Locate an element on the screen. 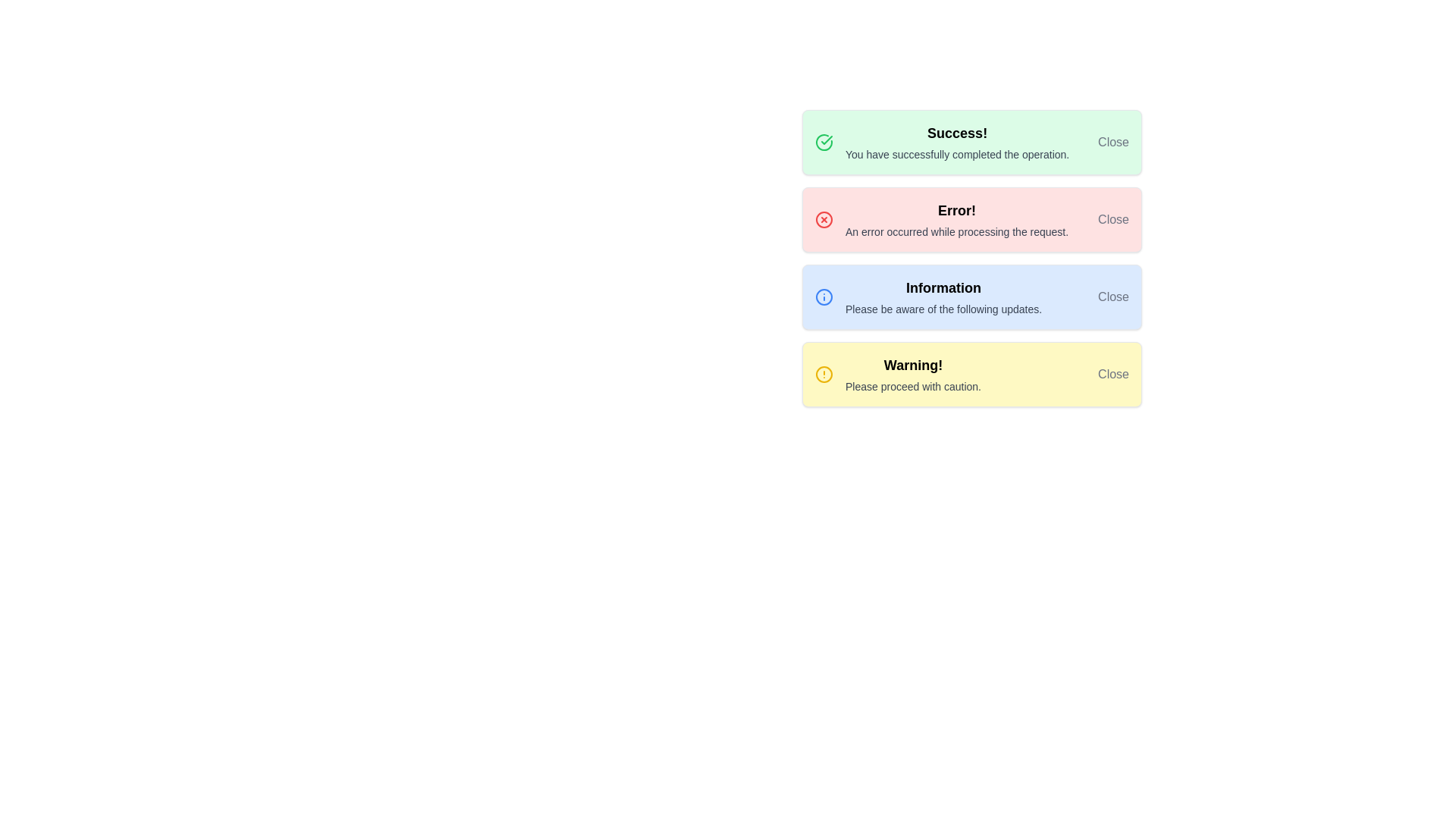 The height and width of the screenshot is (819, 1456). the 'Close' button located in the top-right corner of the green-bordered notification box is located at coordinates (1113, 143).